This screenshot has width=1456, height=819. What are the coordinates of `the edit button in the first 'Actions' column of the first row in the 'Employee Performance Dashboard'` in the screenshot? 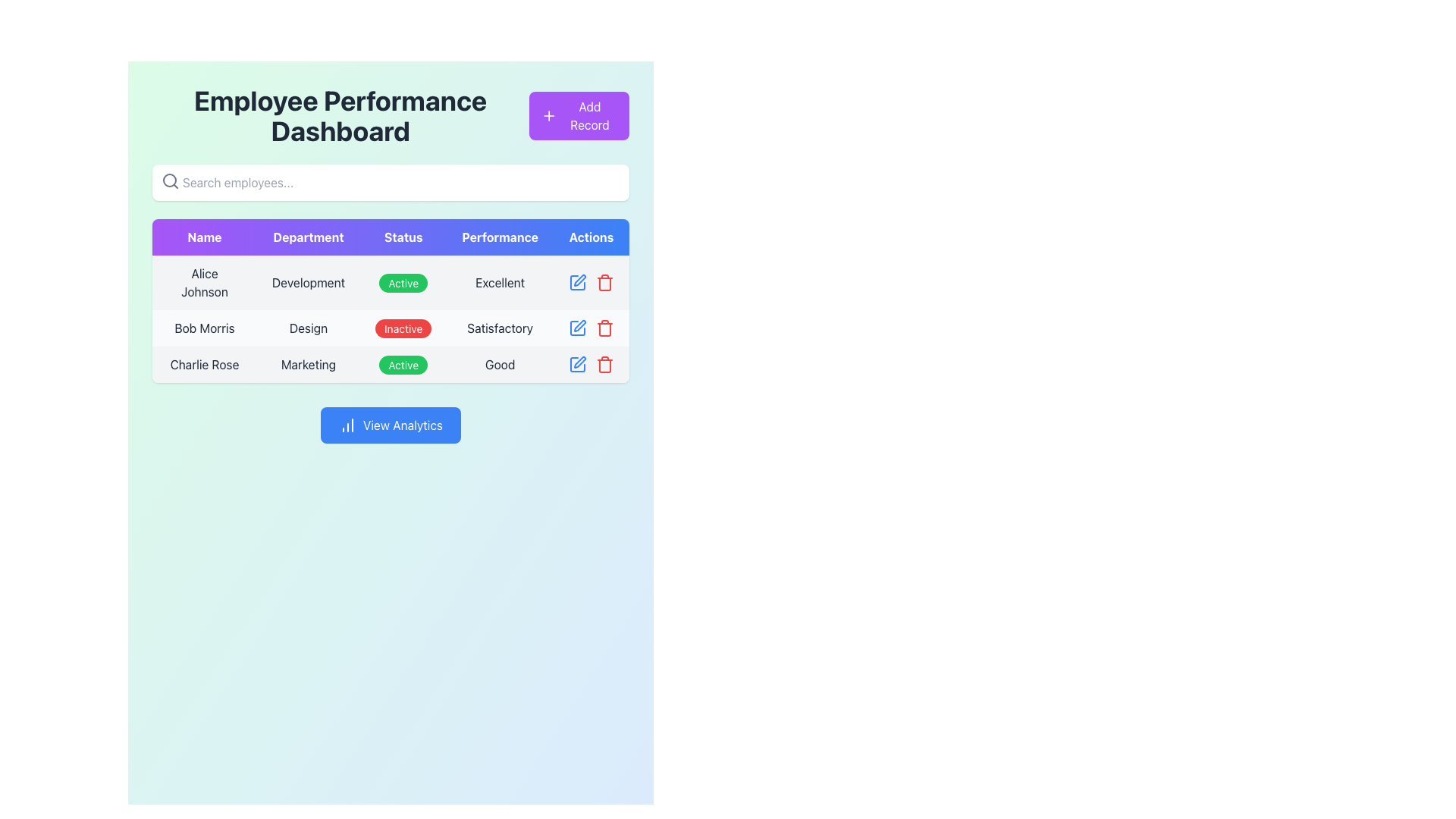 It's located at (577, 283).